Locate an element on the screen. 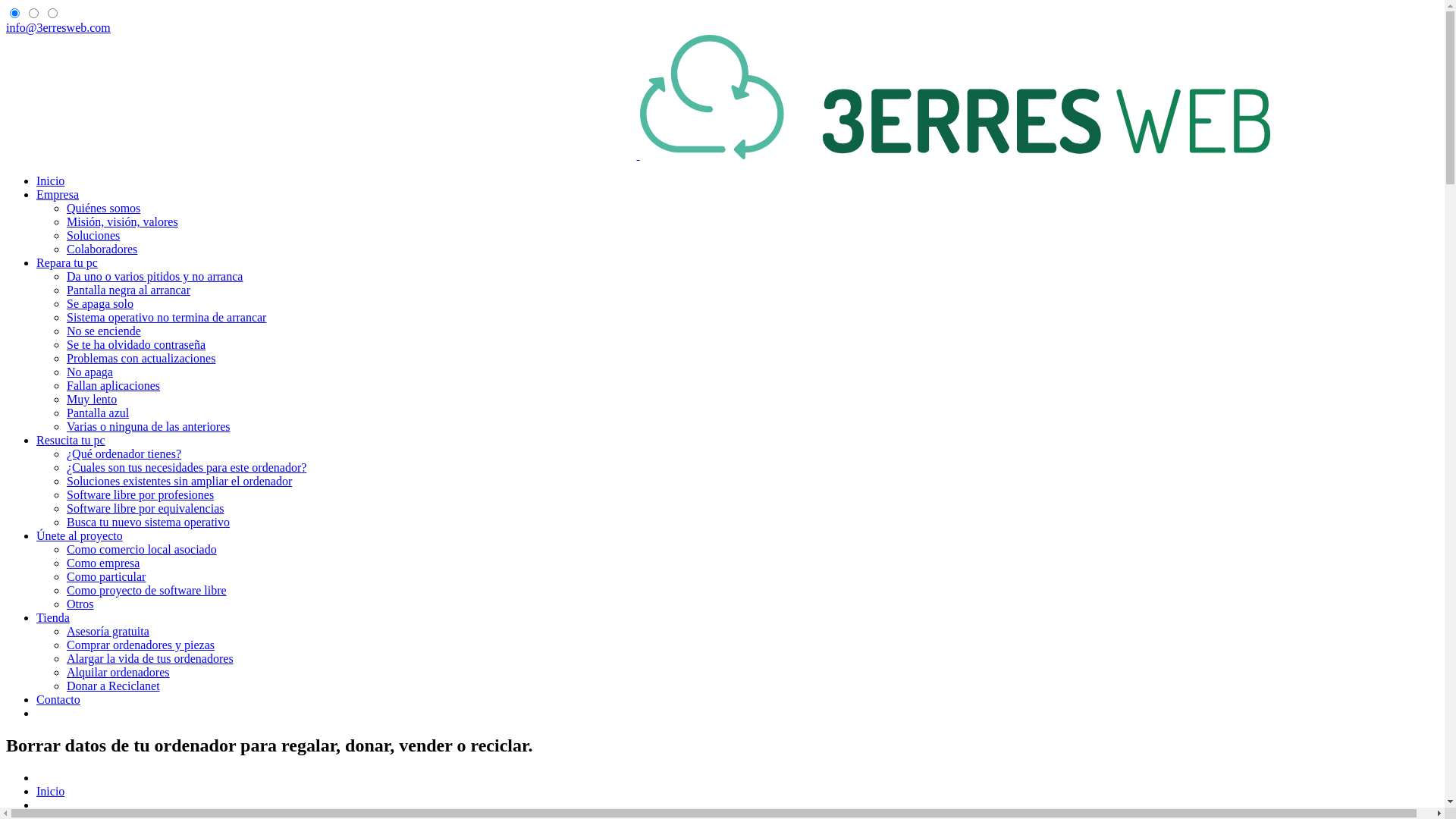 The height and width of the screenshot is (819, 1456). 'Como empresa' is located at coordinates (102, 563).